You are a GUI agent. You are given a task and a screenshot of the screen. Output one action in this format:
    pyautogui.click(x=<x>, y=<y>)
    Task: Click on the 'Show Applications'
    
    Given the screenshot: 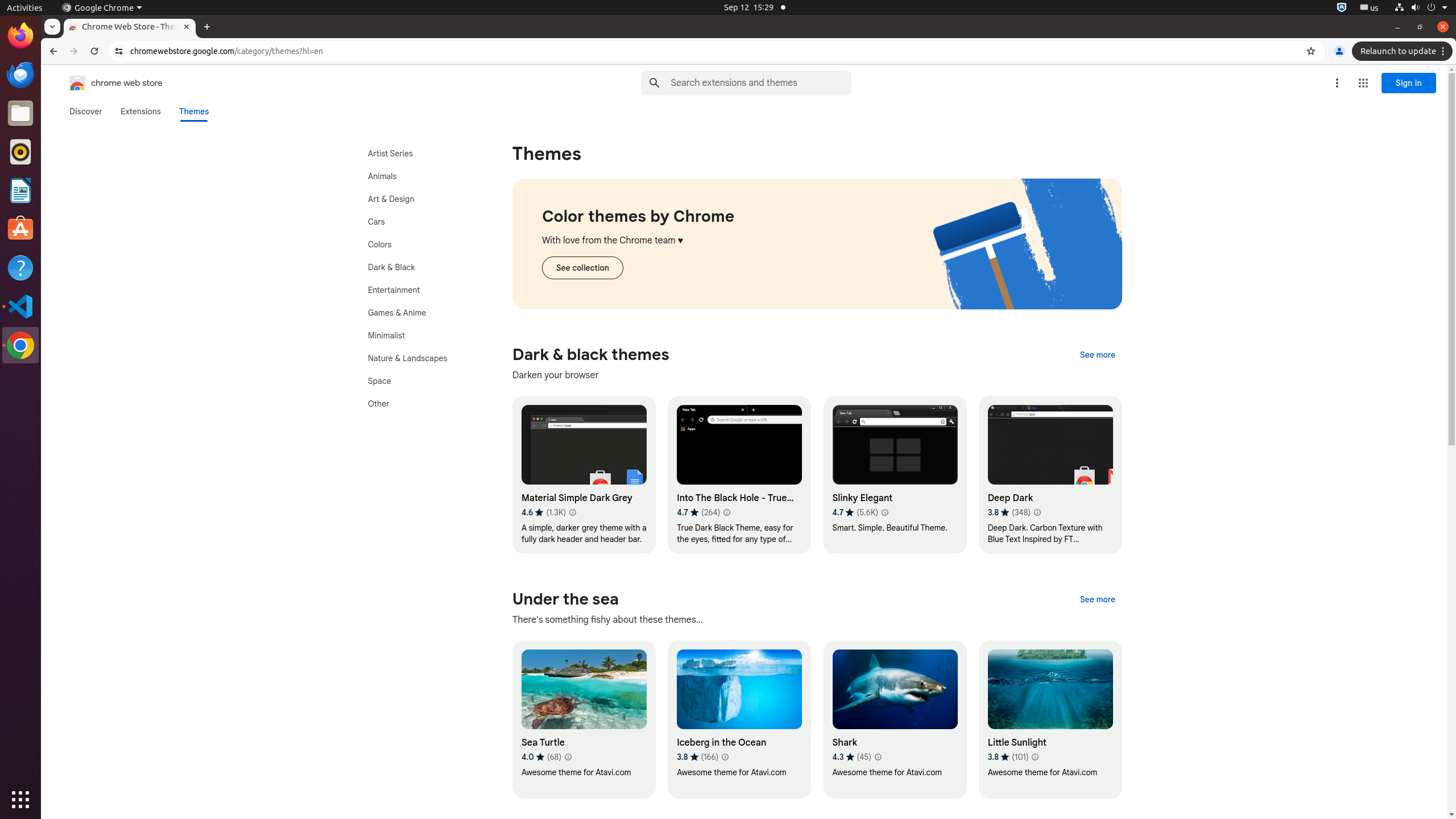 What is the action you would take?
    pyautogui.click(x=20, y=799)
    